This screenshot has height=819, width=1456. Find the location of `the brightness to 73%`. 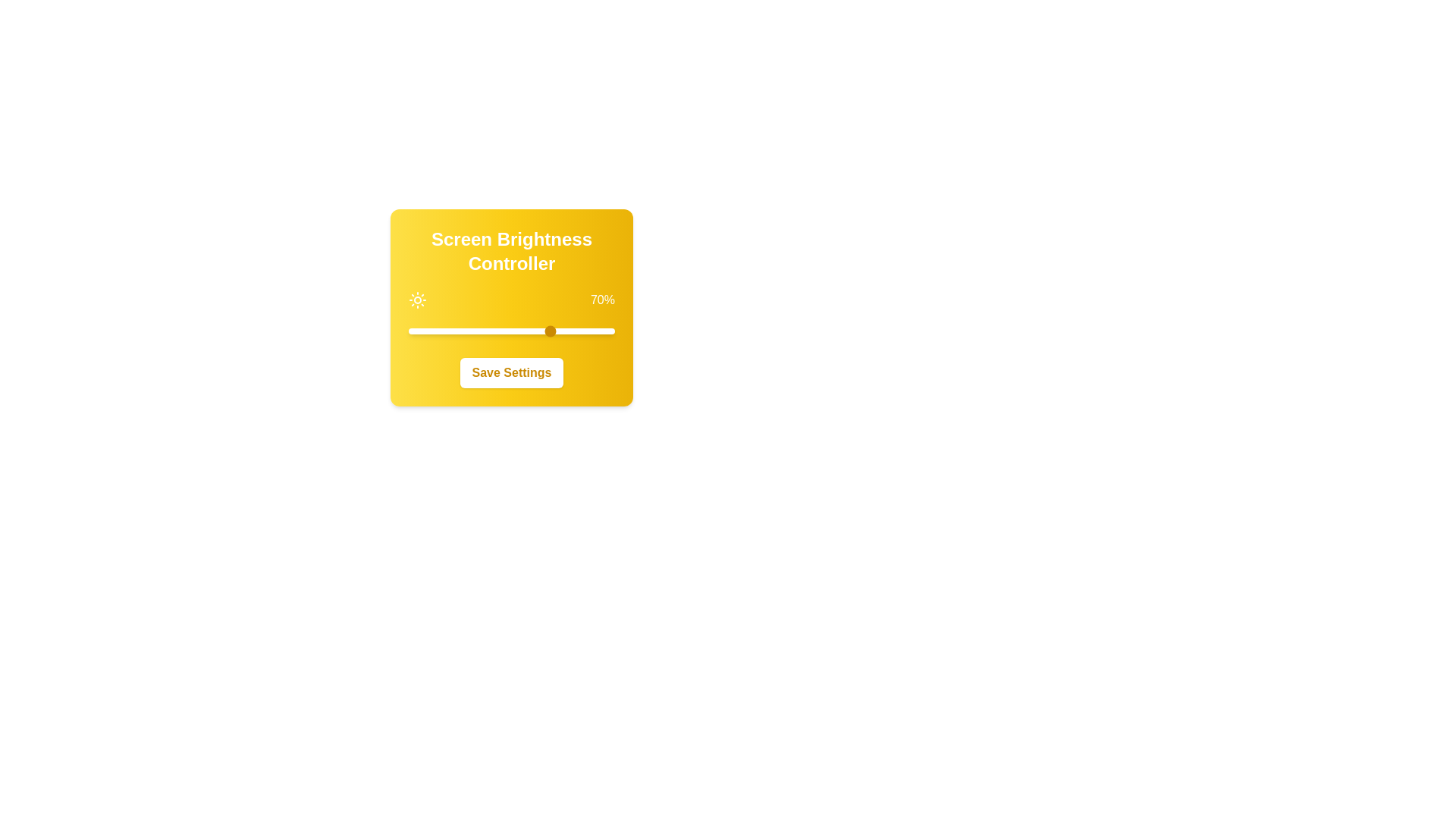

the brightness to 73% is located at coordinates (558, 330).